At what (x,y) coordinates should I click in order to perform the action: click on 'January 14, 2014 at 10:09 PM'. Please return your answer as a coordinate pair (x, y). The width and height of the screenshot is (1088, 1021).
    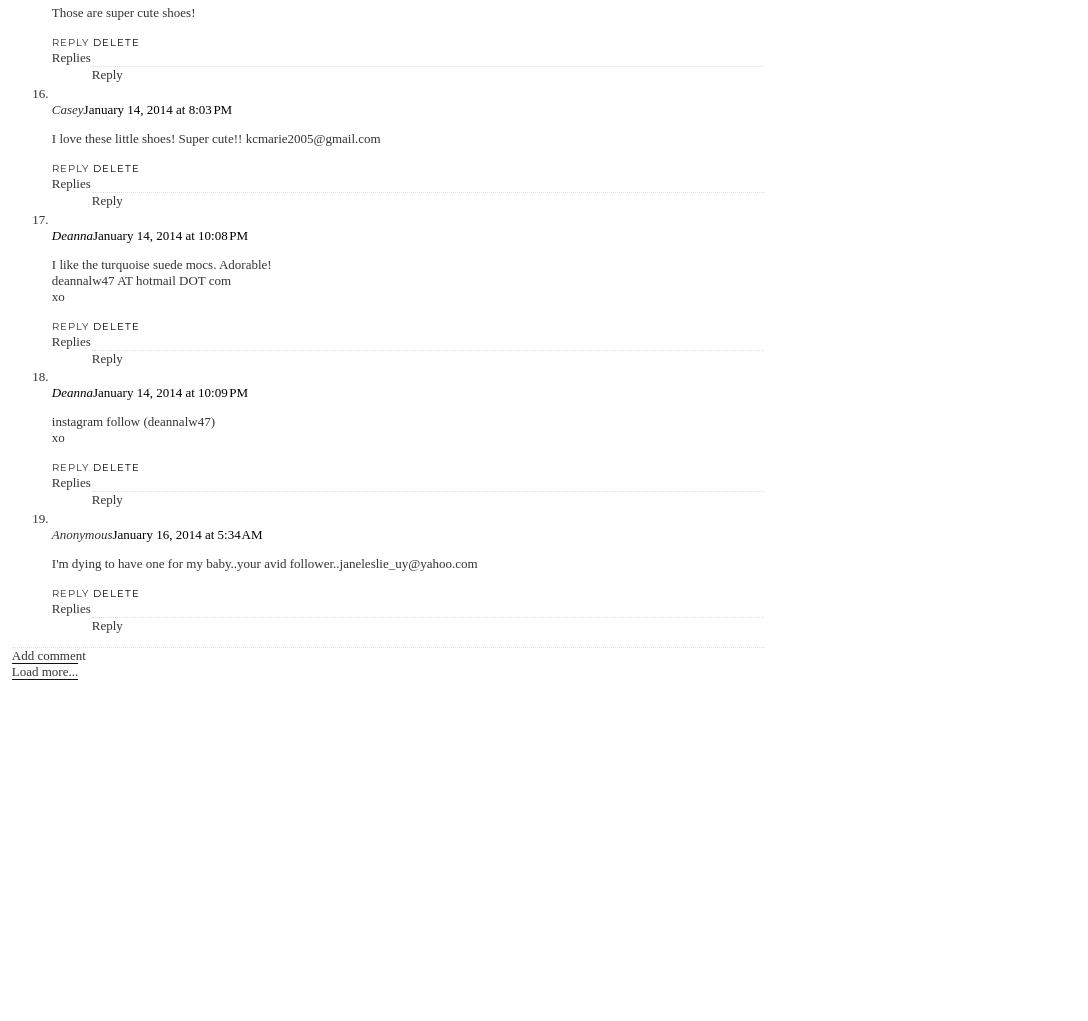
    Looking at the image, I should click on (92, 392).